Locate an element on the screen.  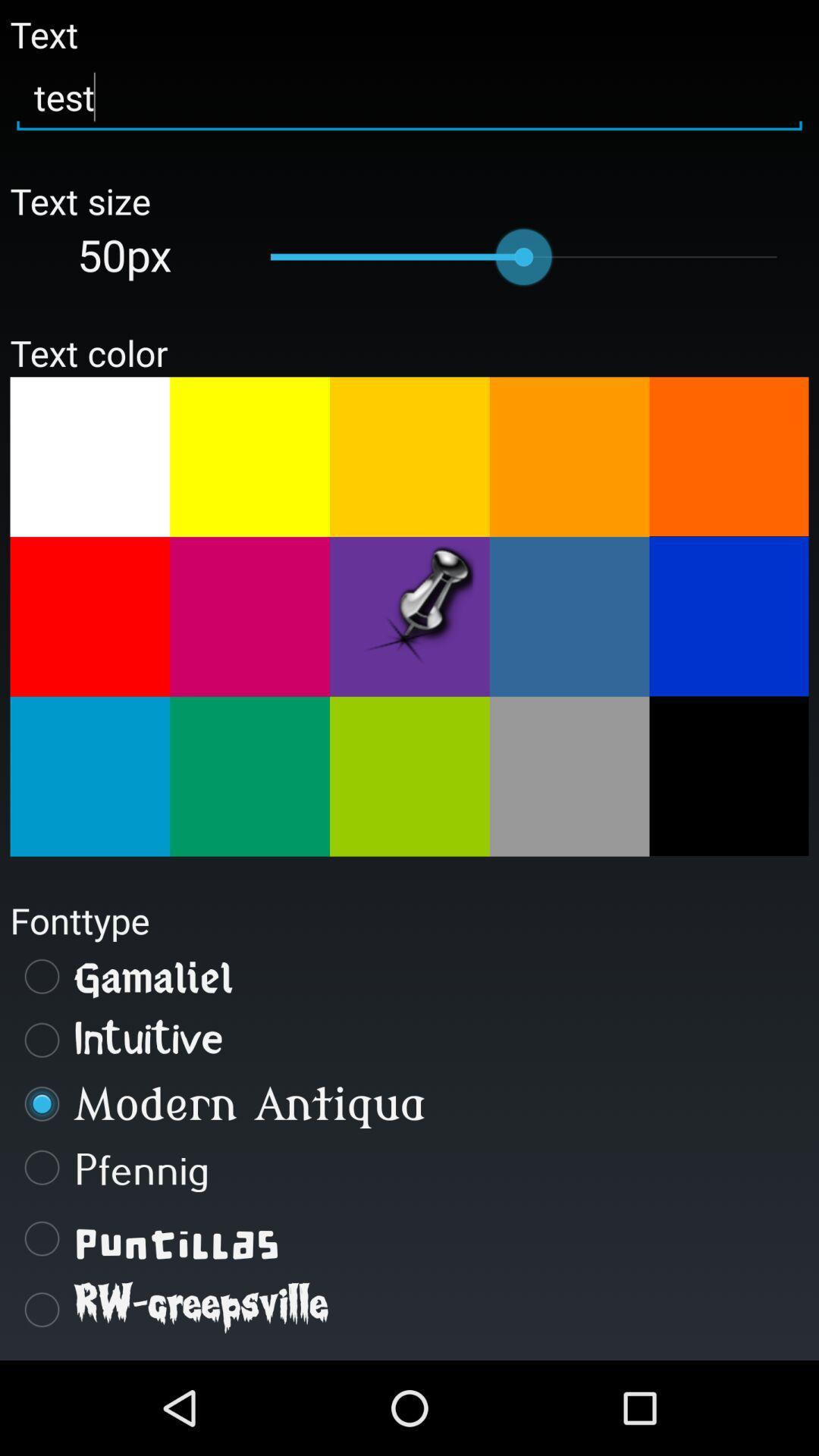
text color is located at coordinates (728, 456).